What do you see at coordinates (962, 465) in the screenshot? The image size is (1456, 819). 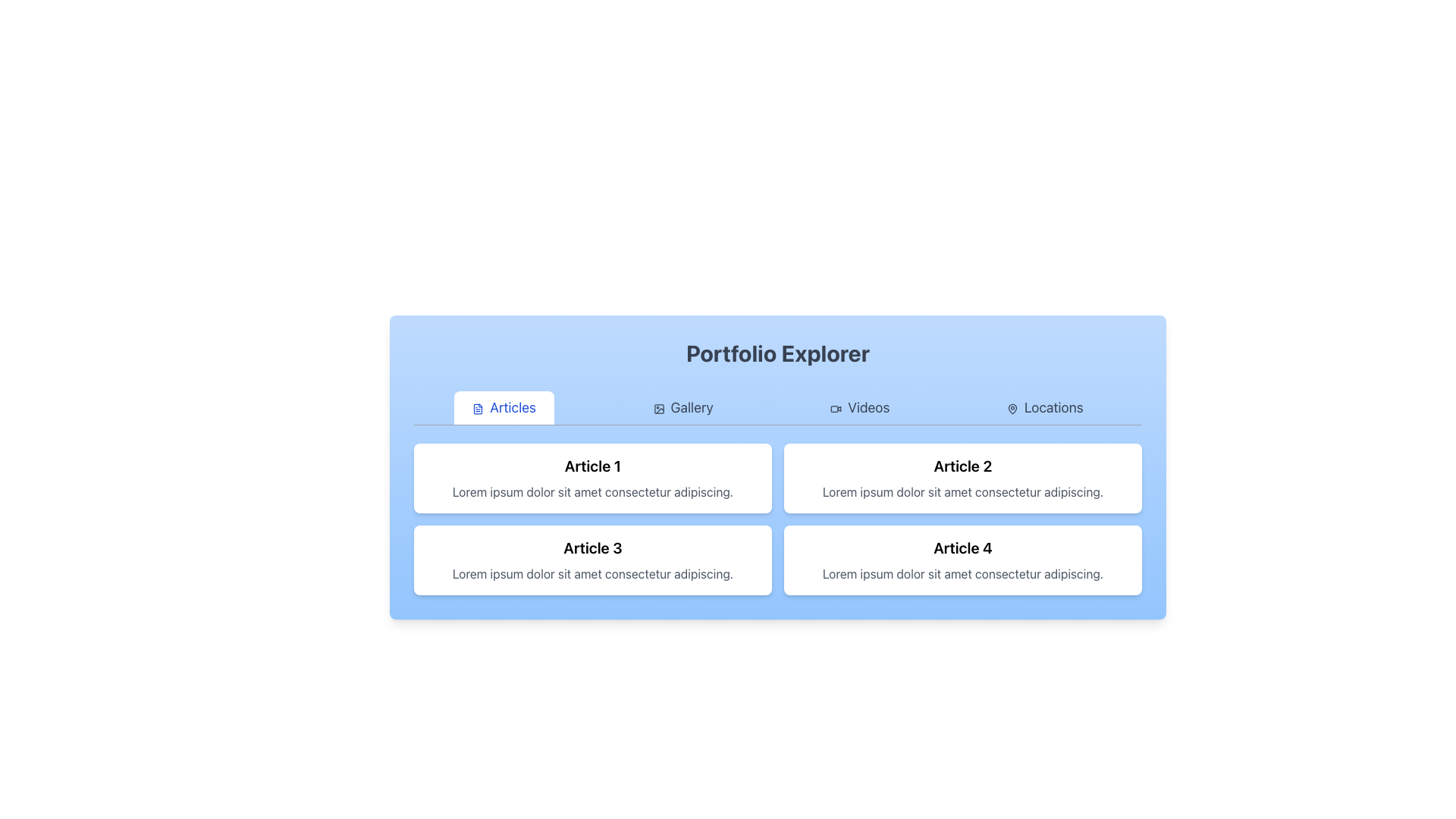 I see `the text label 'Article 2', which is displayed in an extra-large bold font at the top of the second card in the first row of the grid layout under the 'Articles' tab` at bounding box center [962, 465].